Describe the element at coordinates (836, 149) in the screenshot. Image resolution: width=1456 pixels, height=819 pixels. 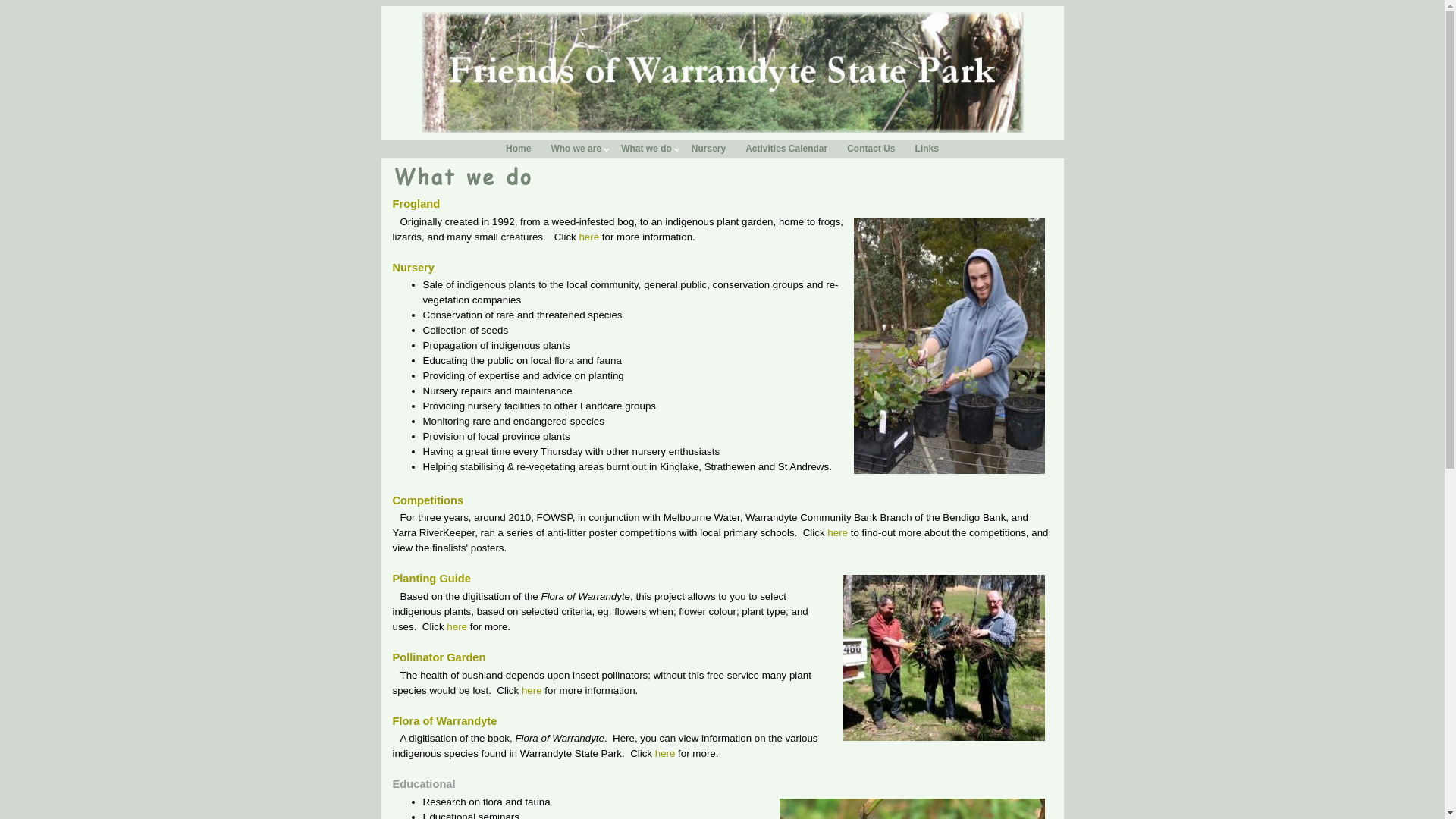
I see `'Contact Us'` at that location.